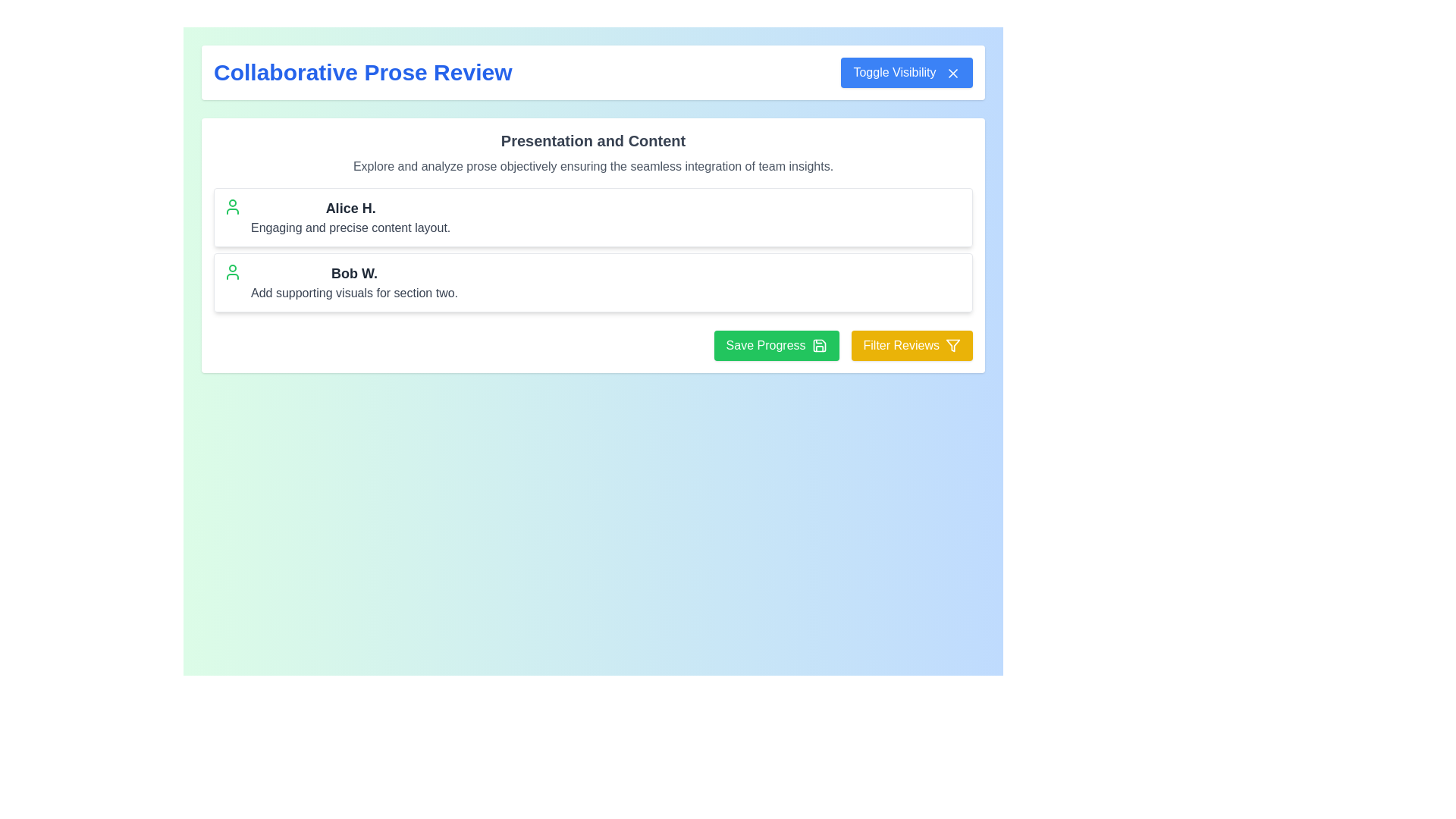 This screenshot has height=819, width=1456. Describe the element at coordinates (907, 73) in the screenshot. I see `the 'Toggle Visibility' button with a blue background and white text located in the header section of the page` at that location.